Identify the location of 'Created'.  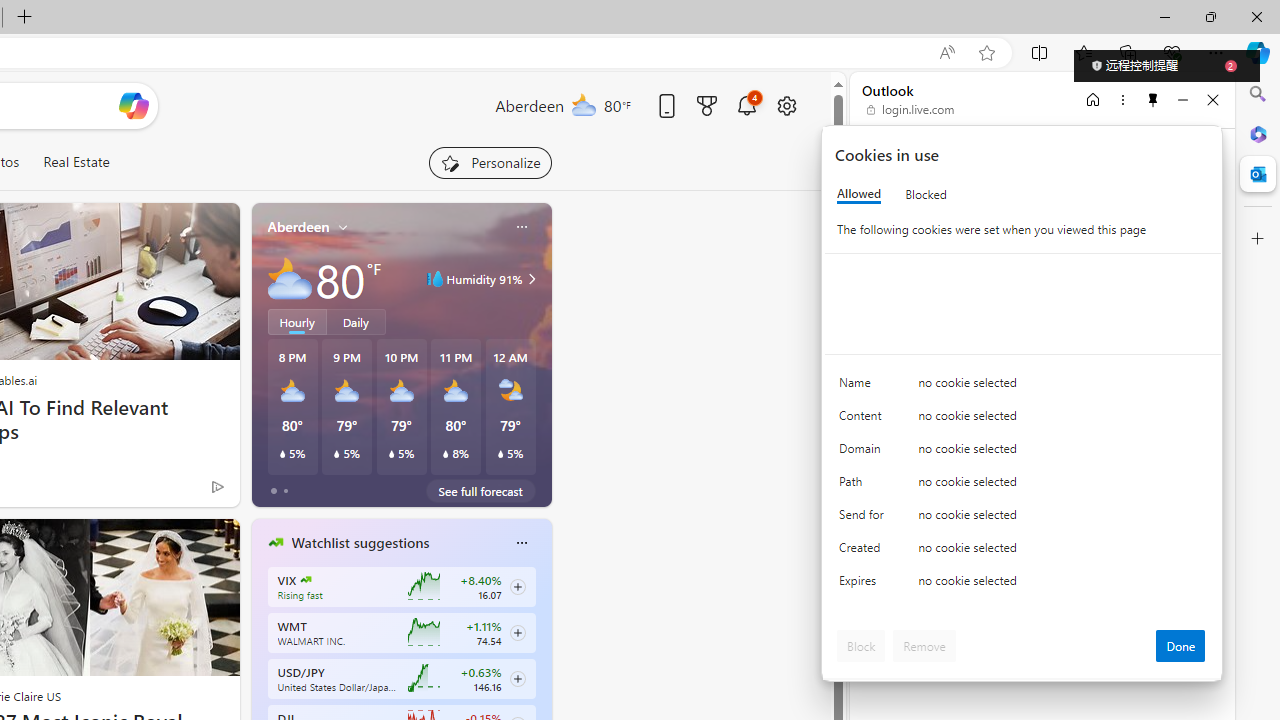
(865, 552).